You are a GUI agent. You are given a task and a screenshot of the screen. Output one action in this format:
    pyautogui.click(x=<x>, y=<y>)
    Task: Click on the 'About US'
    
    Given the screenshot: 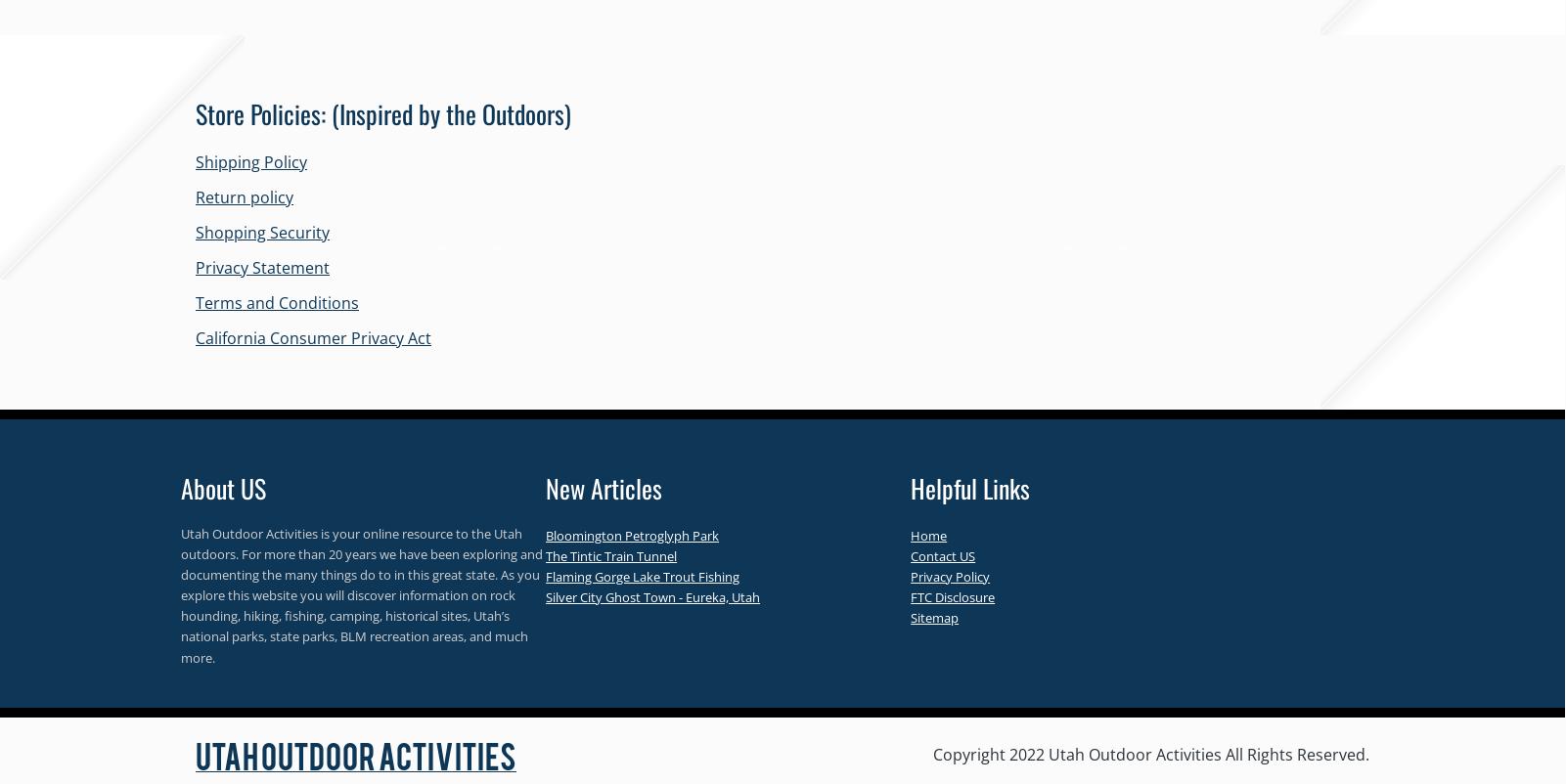 What is the action you would take?
    pyautogui.click(x=223, y=488)
    